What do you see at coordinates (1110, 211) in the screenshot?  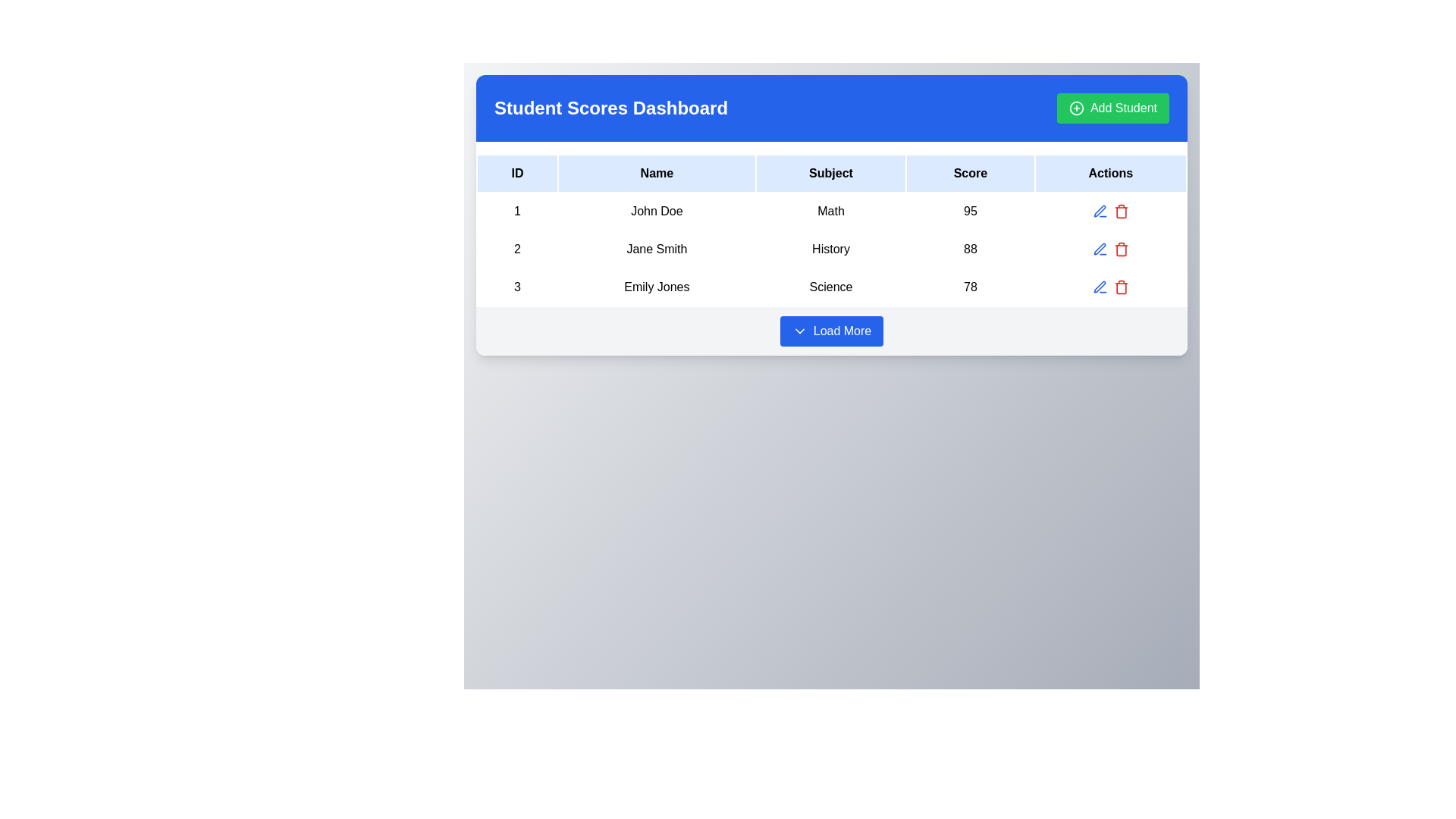 I see `the edit icon in the Action Button Group associated with the first row of the data table containing details for ID: 1, Name: John Doe, Subject: Math, Score: 95` at bounding box center [1110, 211].